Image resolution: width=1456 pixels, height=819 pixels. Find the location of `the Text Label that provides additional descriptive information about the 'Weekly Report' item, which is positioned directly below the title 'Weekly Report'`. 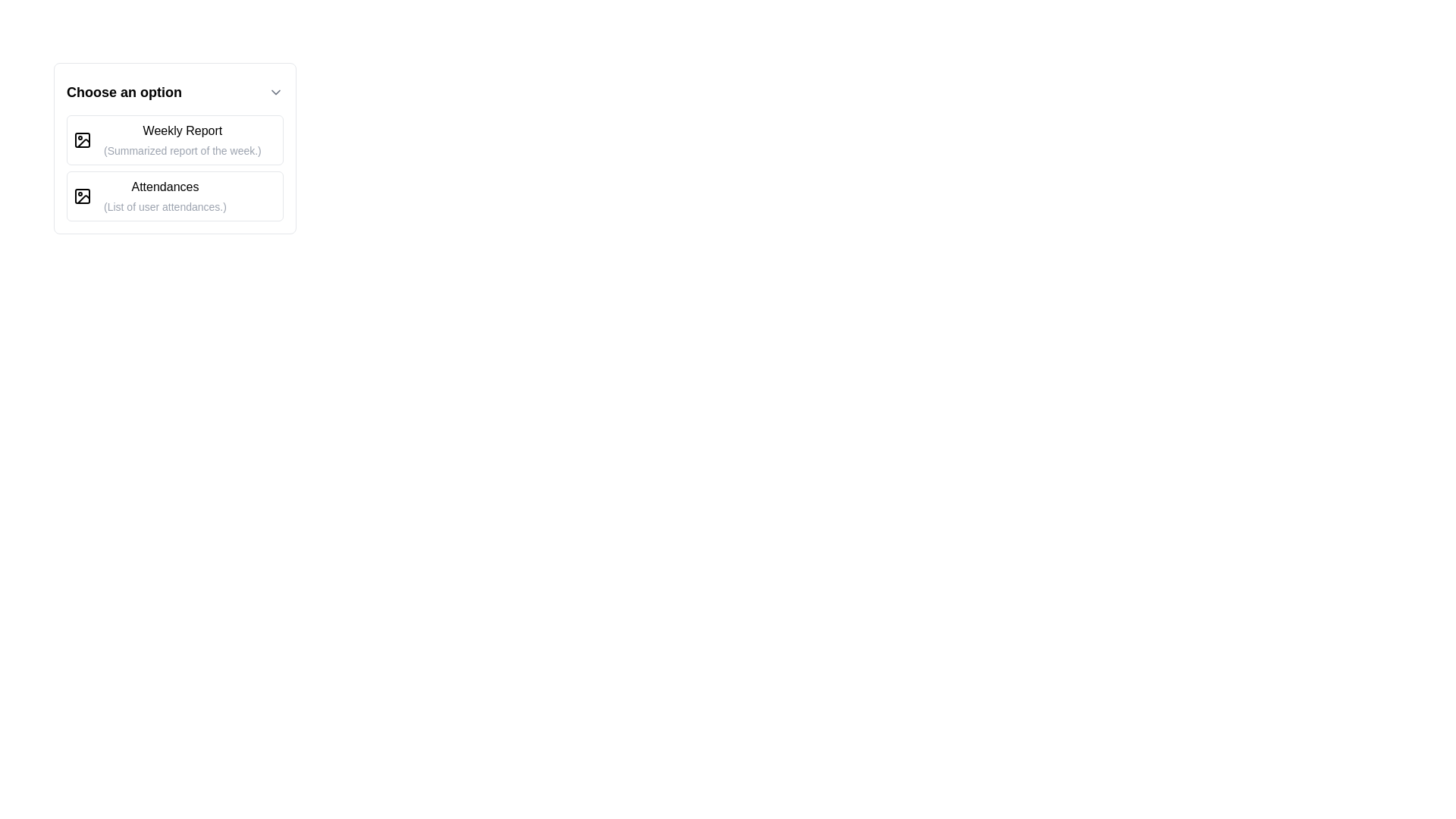

the Text Label that provides additional descriptive information about the 'Weekly Report' item, which is positioned directly below the title 'Weekly Report' is located at coordinates (182, 151).